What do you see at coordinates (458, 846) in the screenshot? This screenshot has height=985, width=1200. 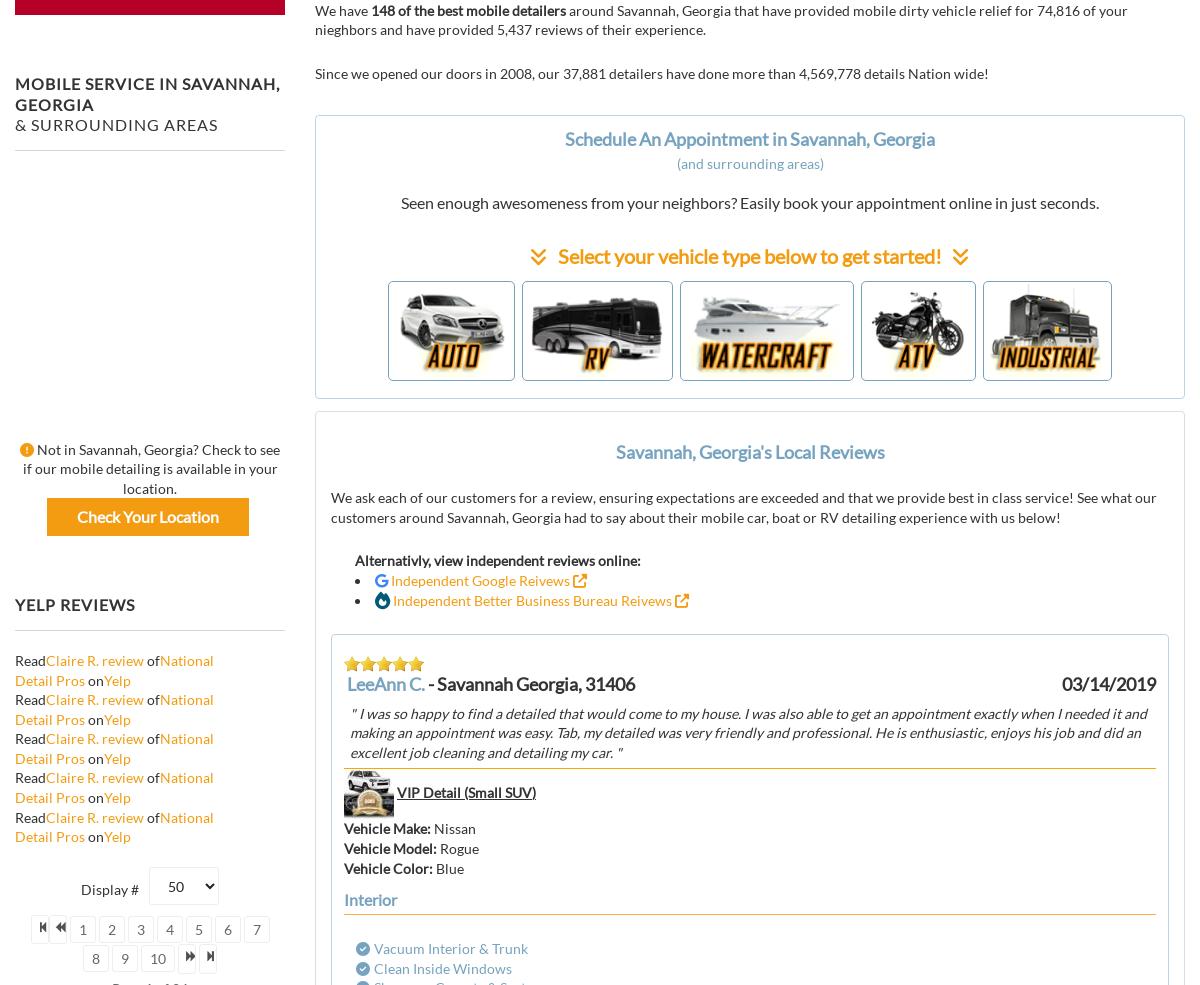 I see `'Rogue'` at bounding box center [458, 846].